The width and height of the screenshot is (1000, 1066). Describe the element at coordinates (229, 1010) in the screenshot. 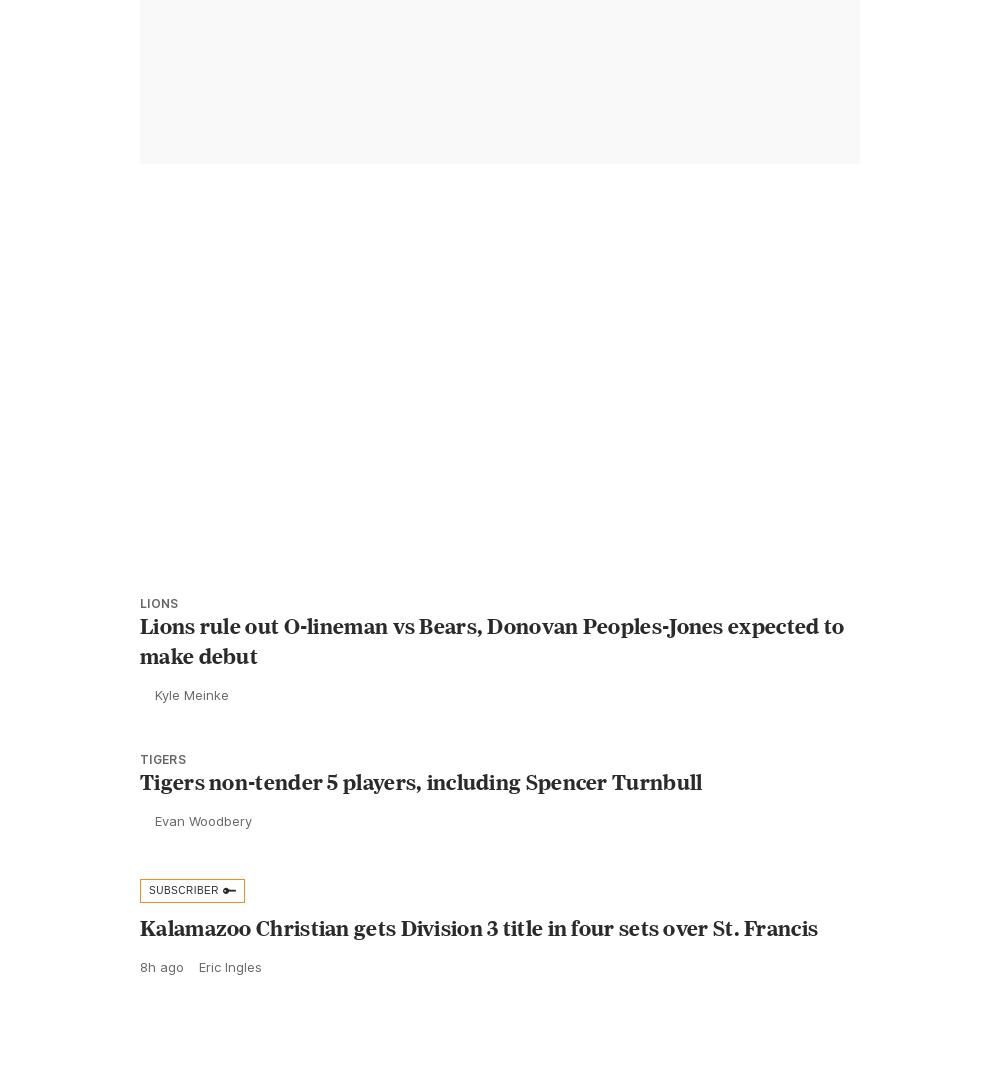

I see `'Eric Ingles'` at that location.